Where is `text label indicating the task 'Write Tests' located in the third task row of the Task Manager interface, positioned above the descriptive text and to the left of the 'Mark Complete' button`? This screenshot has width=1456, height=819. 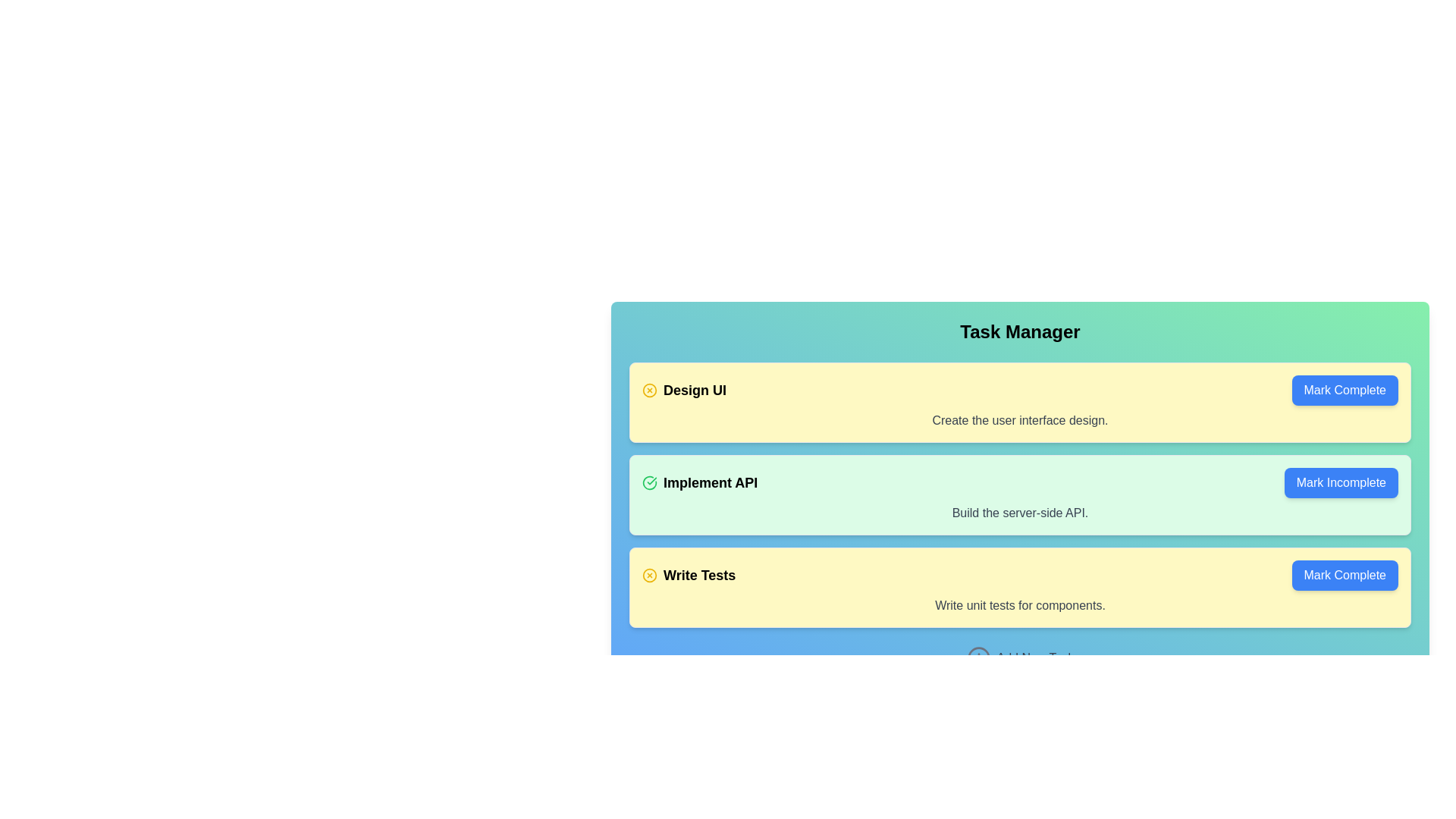
text label indicating the task 'Write Tests' located in the third task row of the Task Manager interface, positioned above the descriptive text and to the left of the 'Mark Complete' button is located at coordinates (688, 576).